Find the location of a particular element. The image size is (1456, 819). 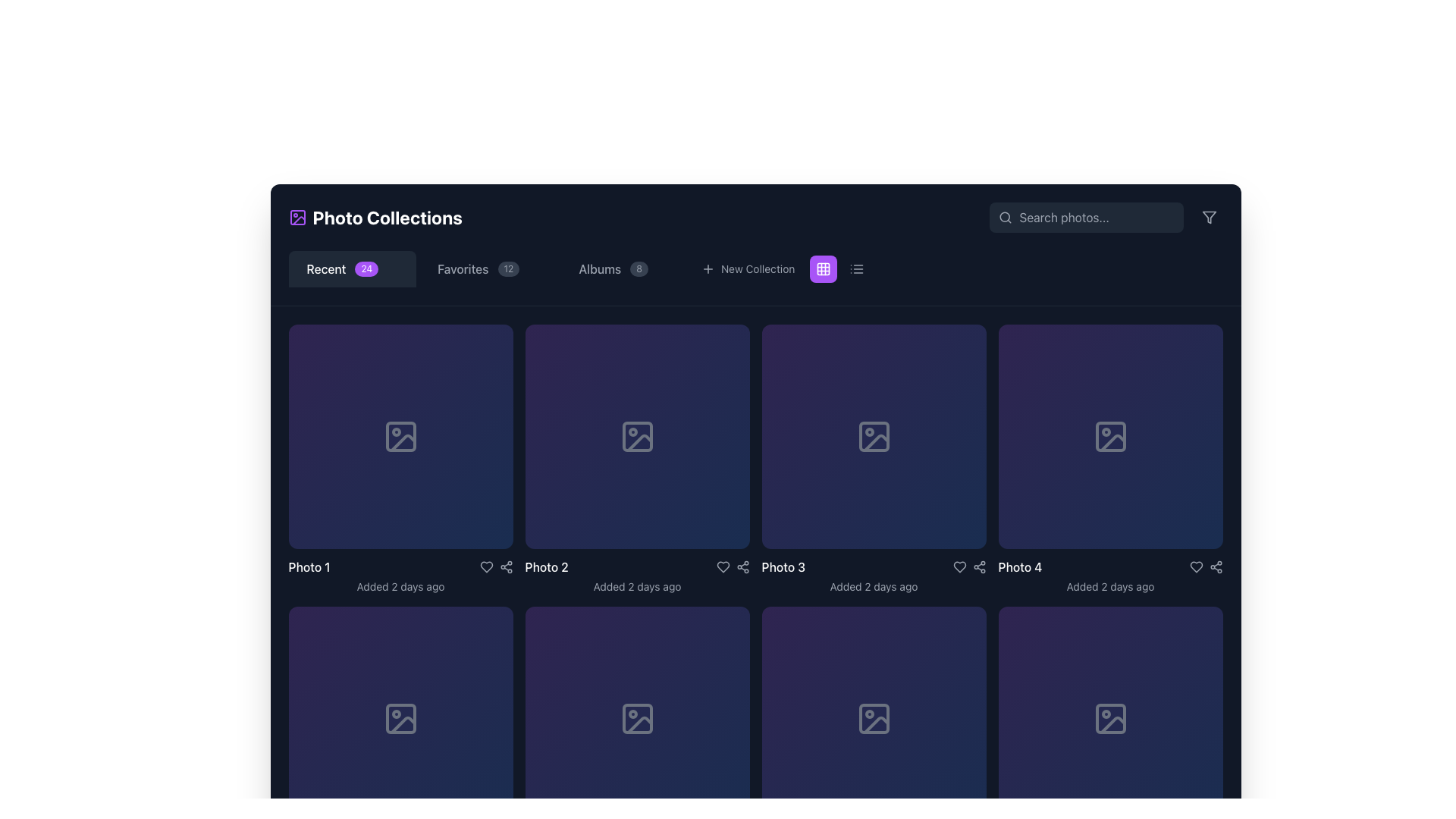

the rounded rectangle section of the SVG grid layout icon located in the navigation bar, positioned between the 'New Collection' button and another control button is located at coordinates (823, 268).